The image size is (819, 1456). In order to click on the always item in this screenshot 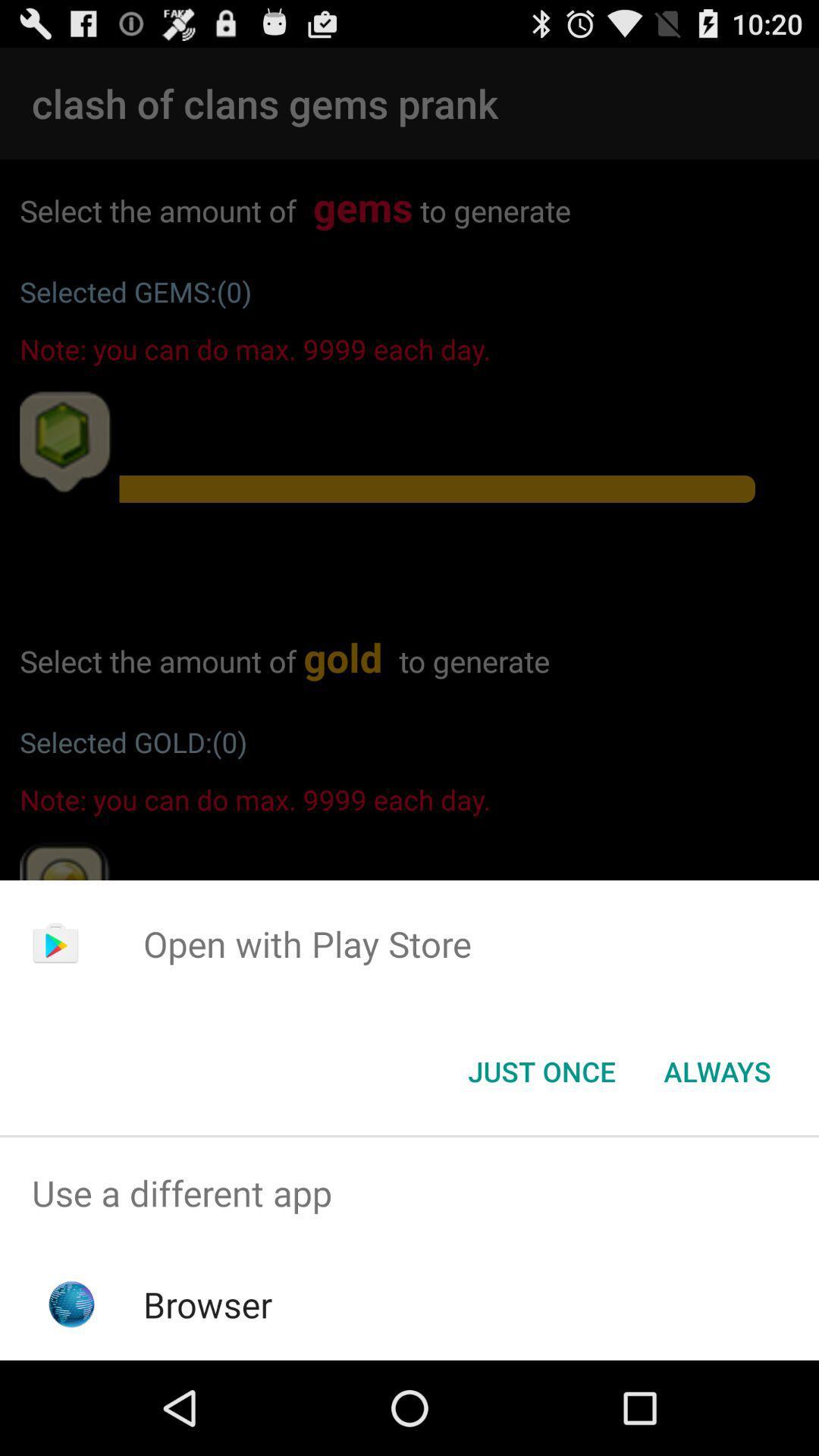, I will do `click(717, 1070)`.